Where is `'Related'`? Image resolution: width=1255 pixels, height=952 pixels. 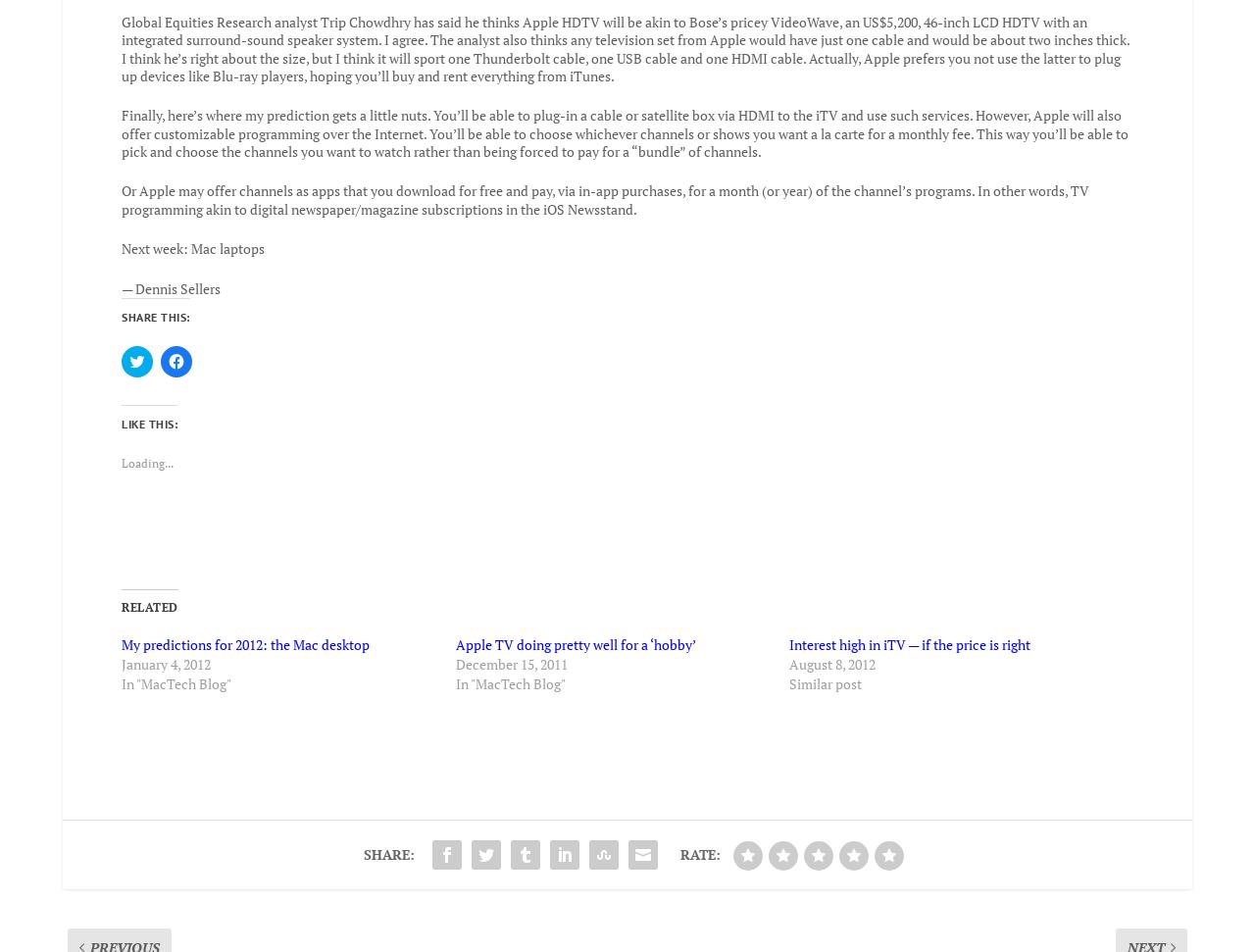 'Related' is located at coordinates (148, 592).